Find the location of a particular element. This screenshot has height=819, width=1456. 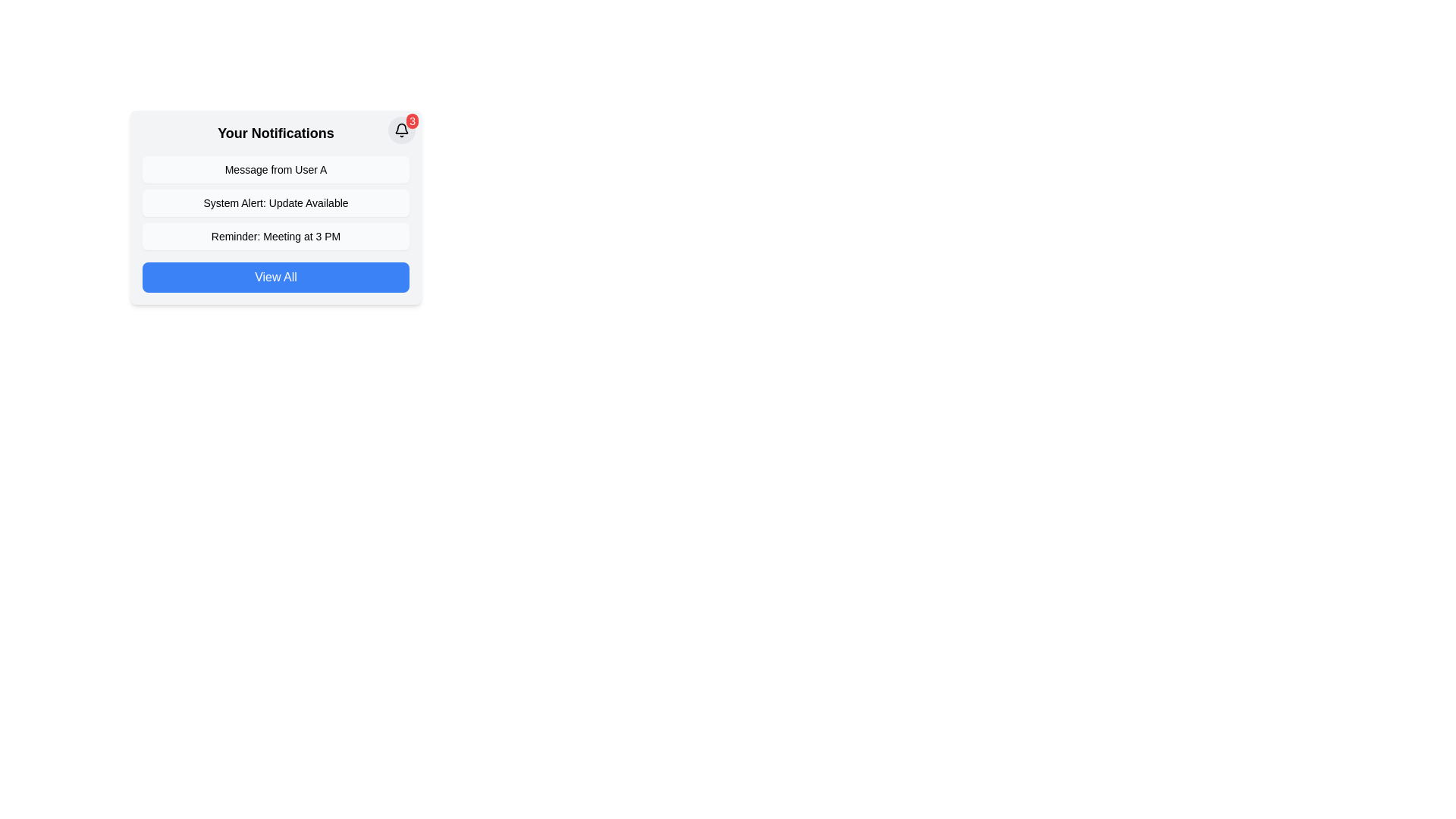

the button at the bottom of the notification area is located at coordinates (276, 278).